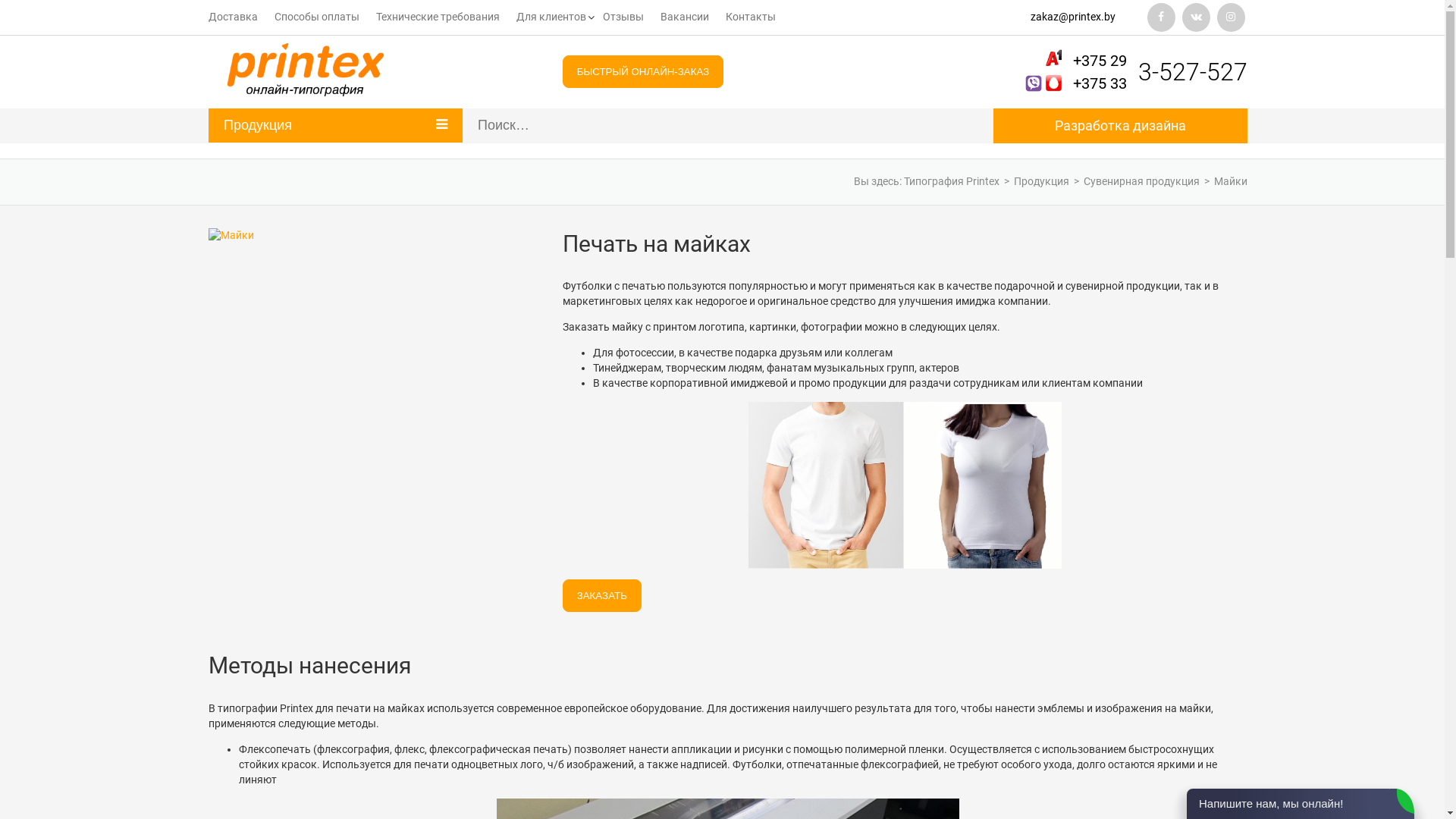 Image resolution: width=1456 pixels, height=819 pixels. What do you see at coordinates (1072, 83) in the screenshot?
I see `'+375 33'` at bounding box center [1072, 83].